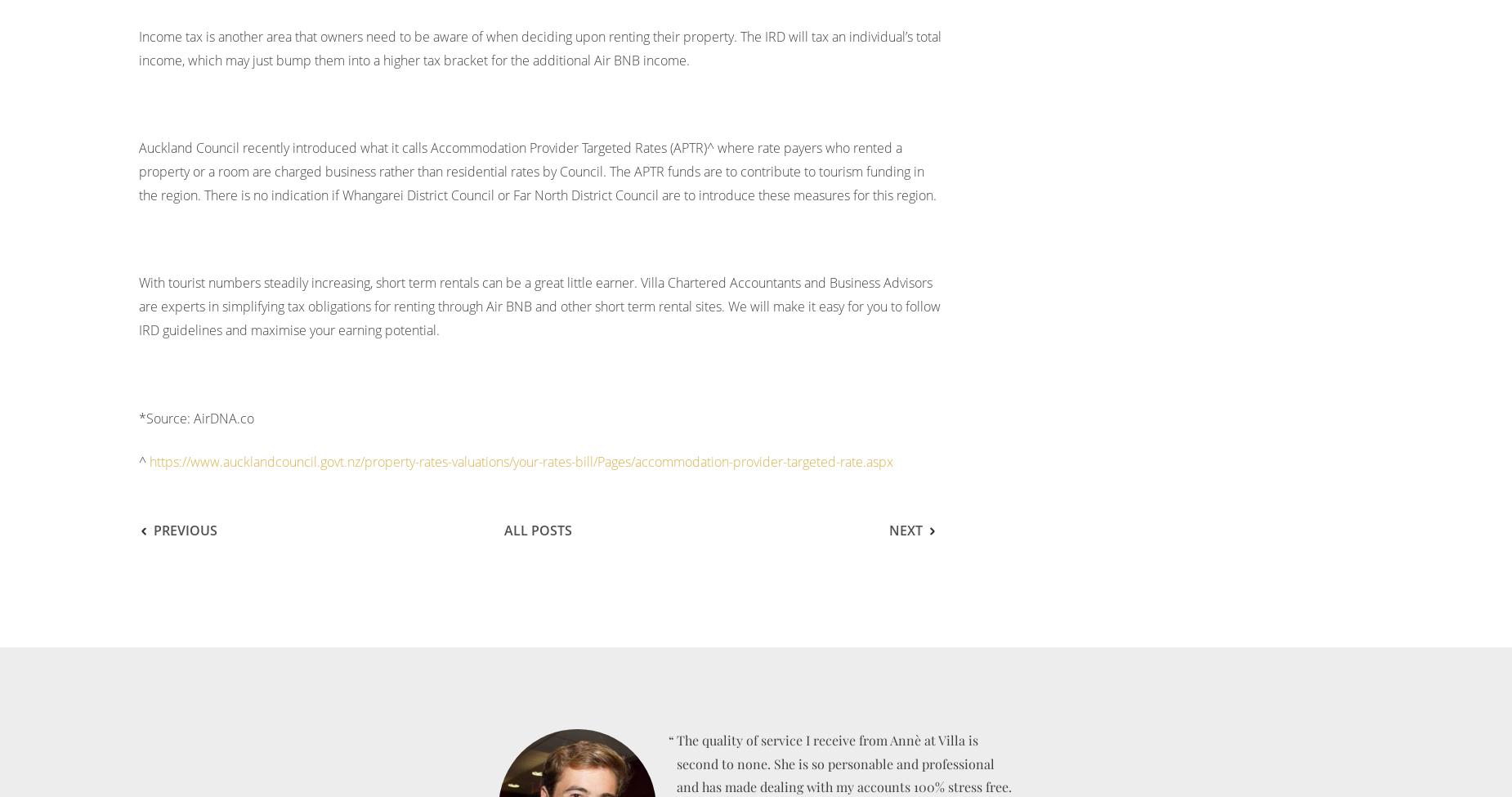  Describe the element at coordinates (195, 416) in the screenshot. I see `'*Source: AirDNA.co'` at that location.